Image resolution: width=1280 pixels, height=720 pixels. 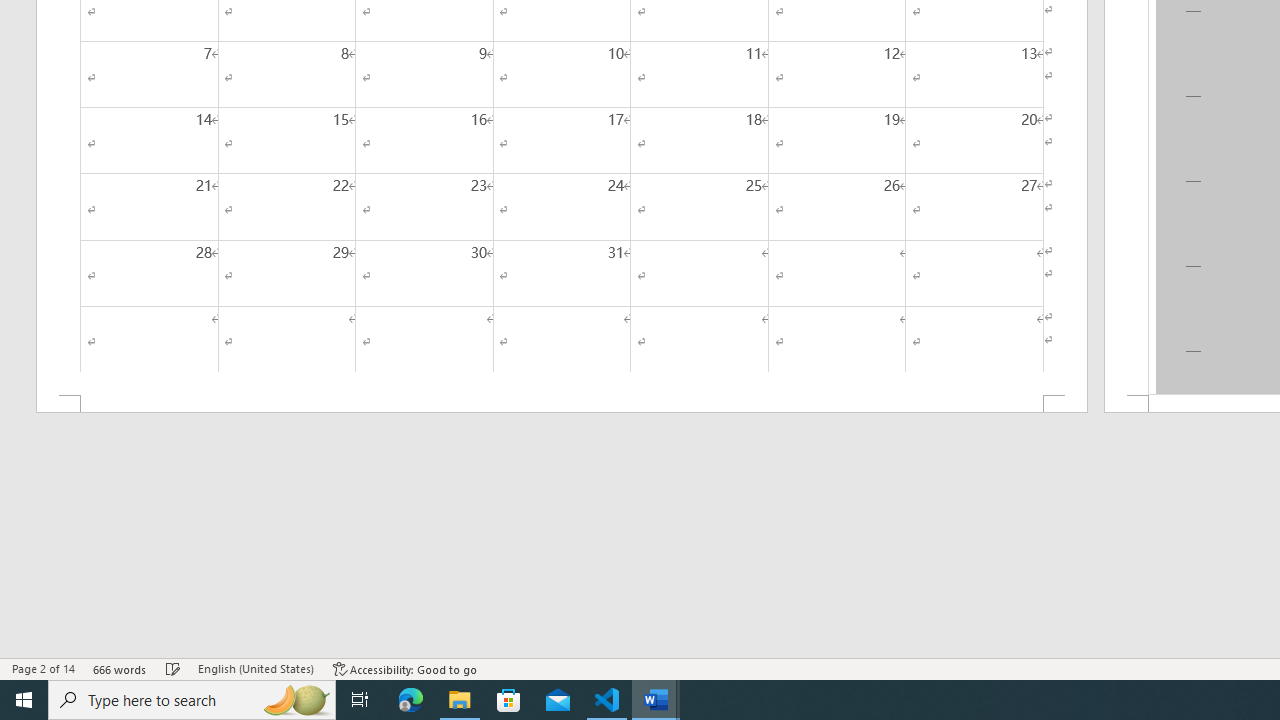 I want to click on 'Microsoft Store', so click(x=509, y=698).